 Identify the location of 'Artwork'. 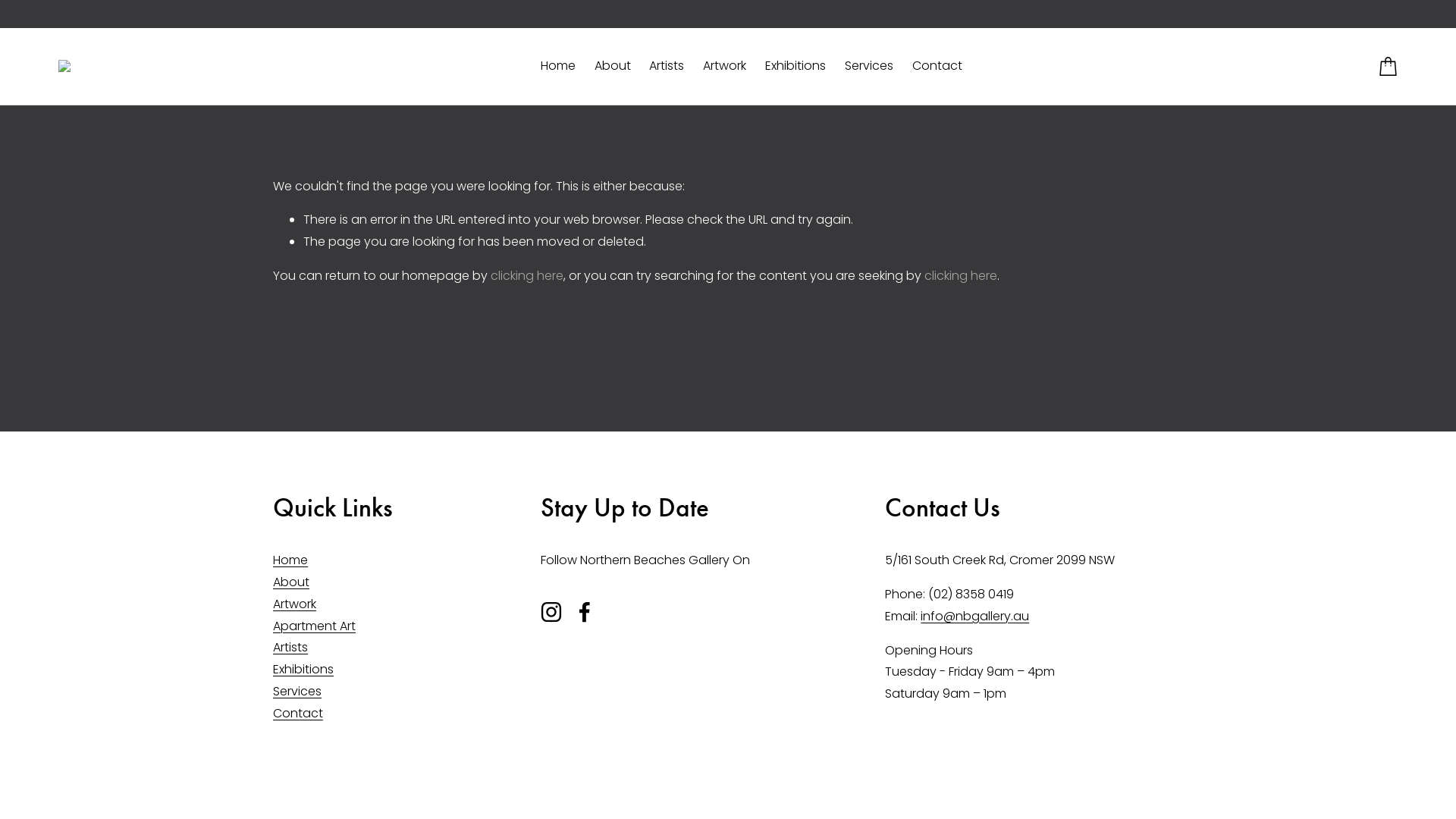
(723, 65).